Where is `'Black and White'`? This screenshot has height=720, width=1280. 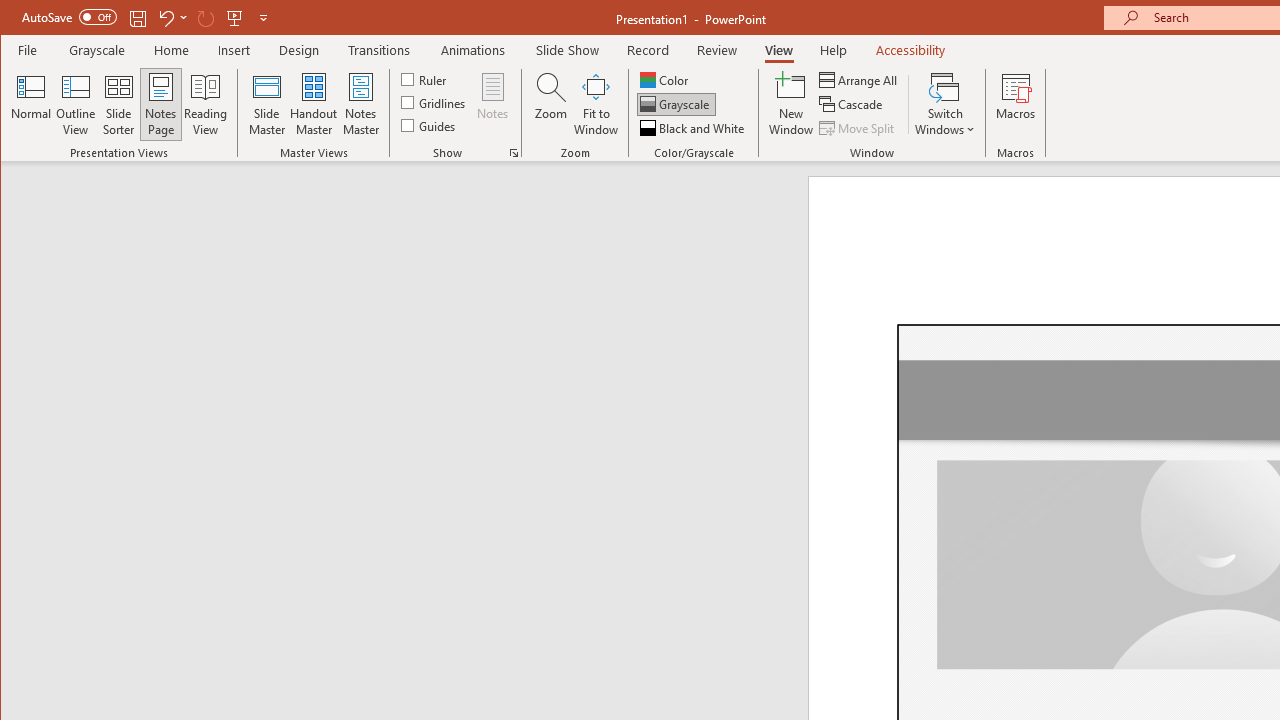 'Black and White' is located at coordinates (694, 128).